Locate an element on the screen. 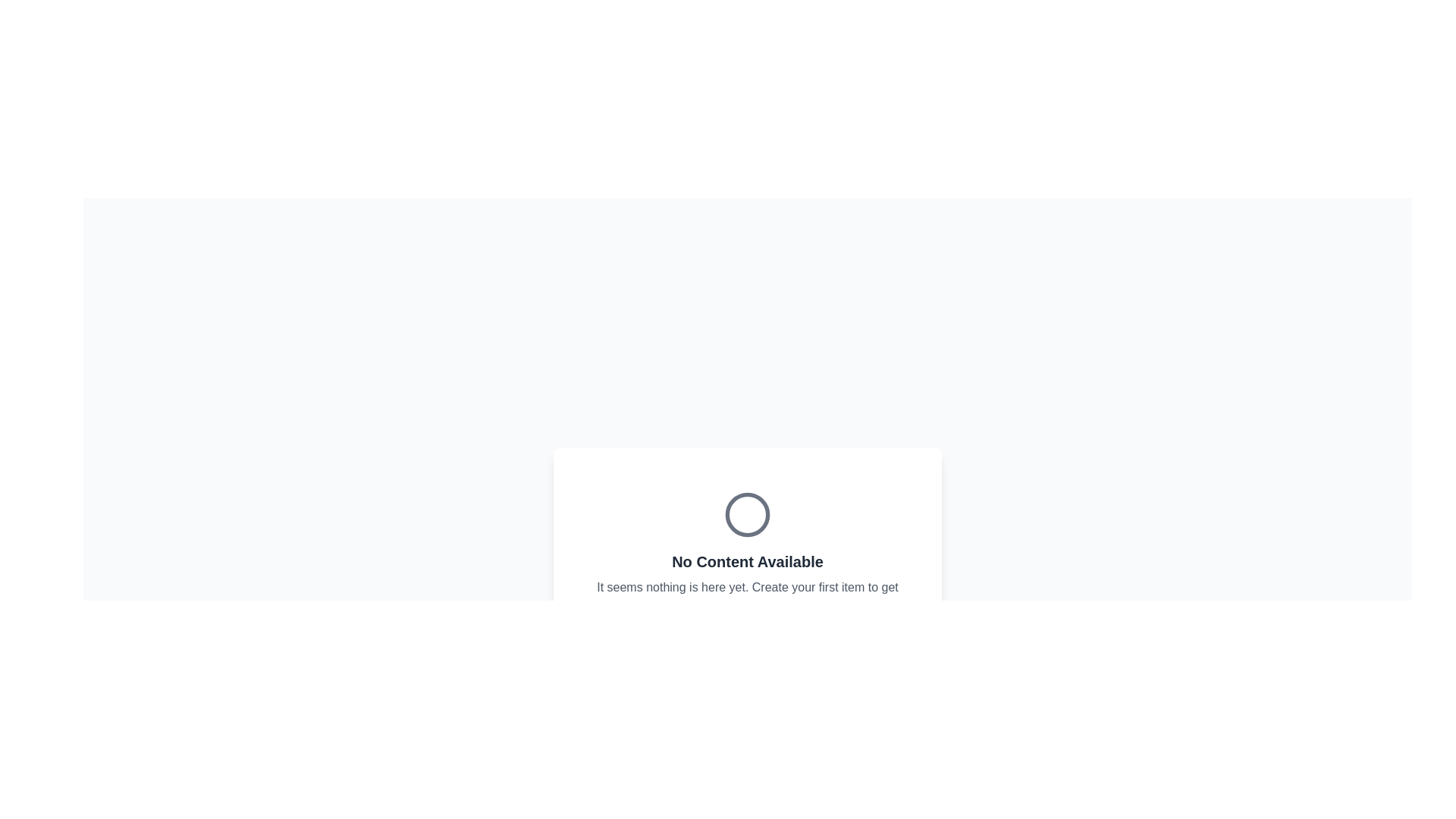 The image size is (1456, 819). the Static Text element that informs the user no content is currently available, located below the 'No Content Available' text is located at coordinates (747, 595).